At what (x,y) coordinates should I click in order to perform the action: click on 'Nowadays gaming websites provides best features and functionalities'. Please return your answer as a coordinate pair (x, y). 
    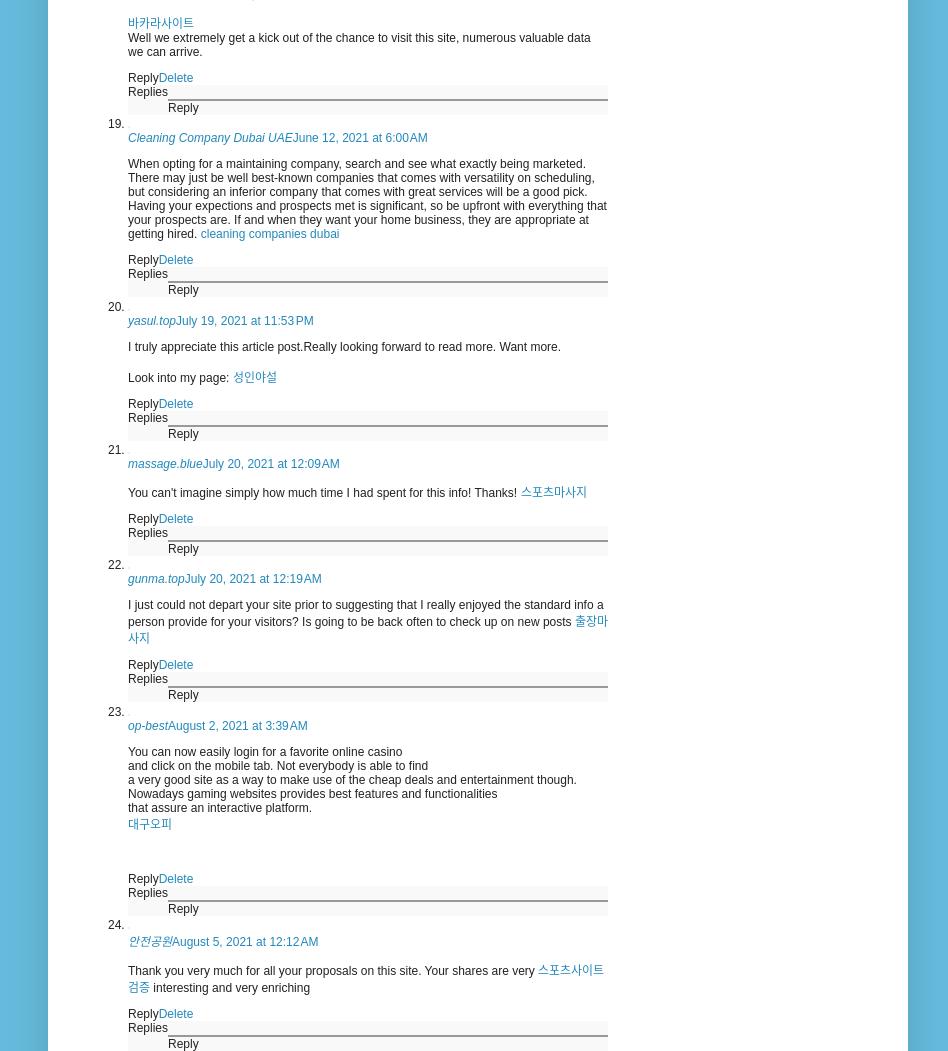
    Looking at the image, I should click on (312, 791).